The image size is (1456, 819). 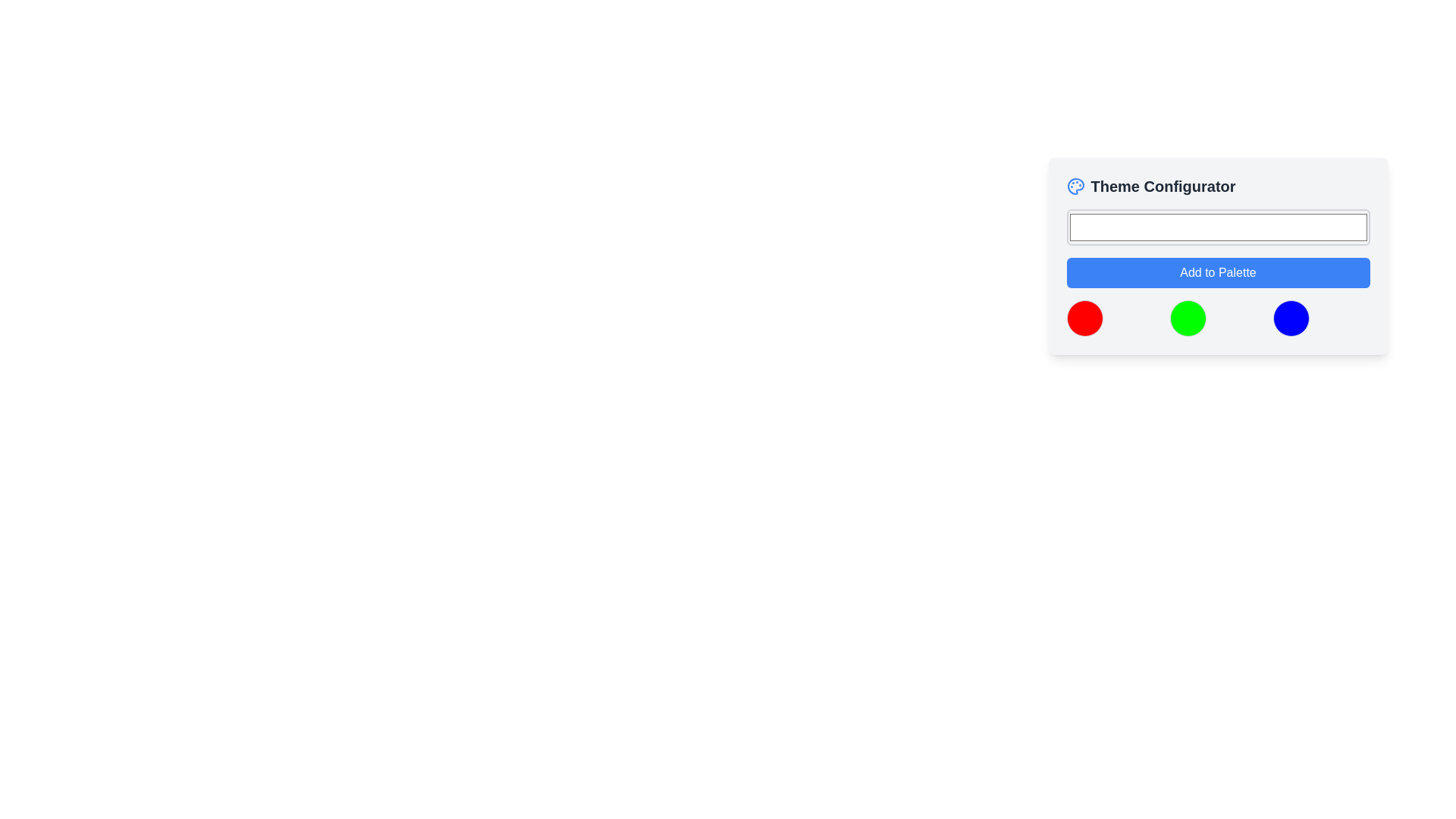 What do you see at coordinates (1075, 186) in the screenshot?
I see `the color palette icon located at the top-left of the theme configuration interface` at bounding box center [1075, 186].